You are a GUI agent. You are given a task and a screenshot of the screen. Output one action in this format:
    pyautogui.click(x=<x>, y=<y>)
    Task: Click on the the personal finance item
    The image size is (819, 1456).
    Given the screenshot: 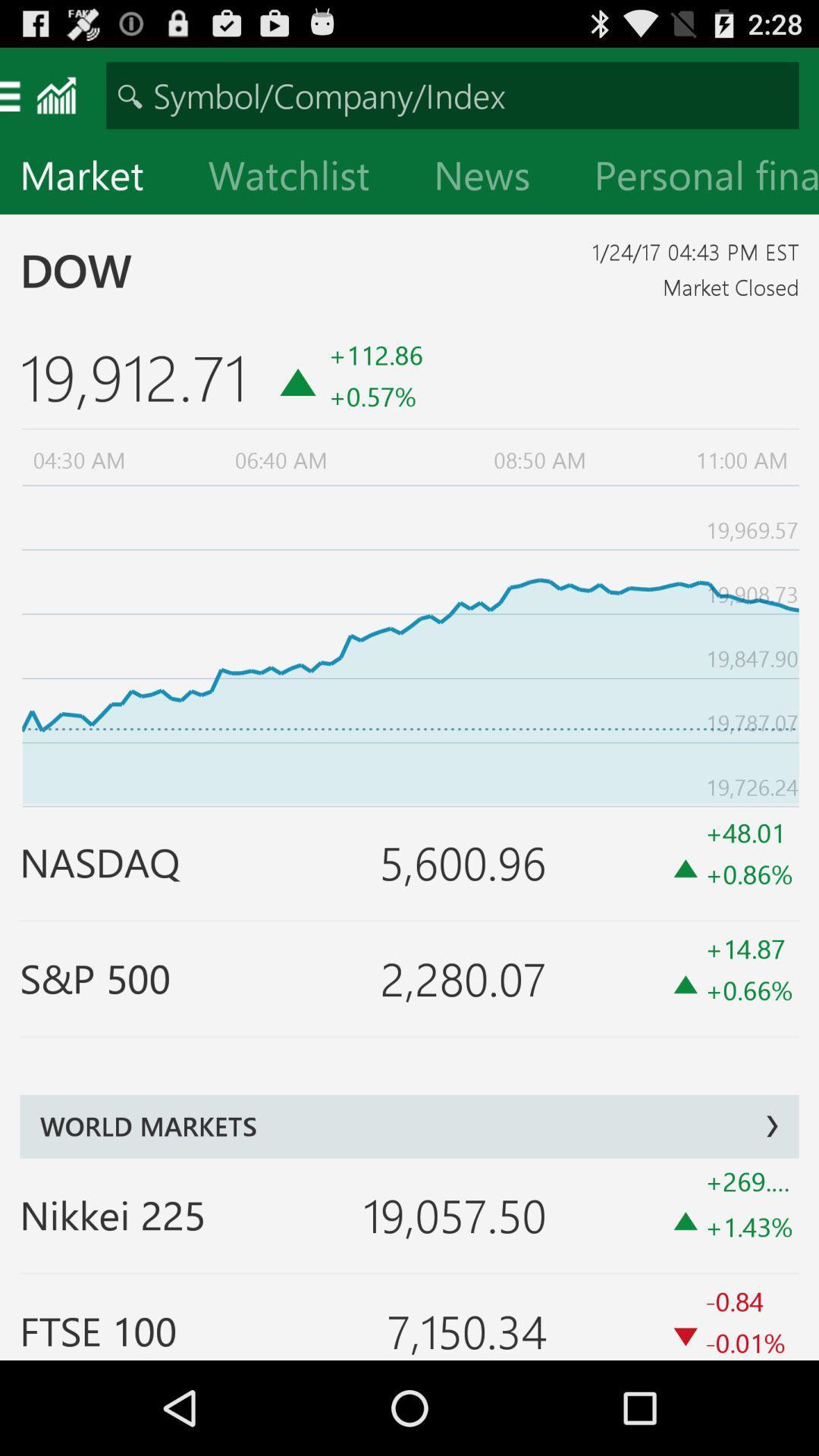 What is the action you would take?
    pyautogui.click(x=696, y=178)
    